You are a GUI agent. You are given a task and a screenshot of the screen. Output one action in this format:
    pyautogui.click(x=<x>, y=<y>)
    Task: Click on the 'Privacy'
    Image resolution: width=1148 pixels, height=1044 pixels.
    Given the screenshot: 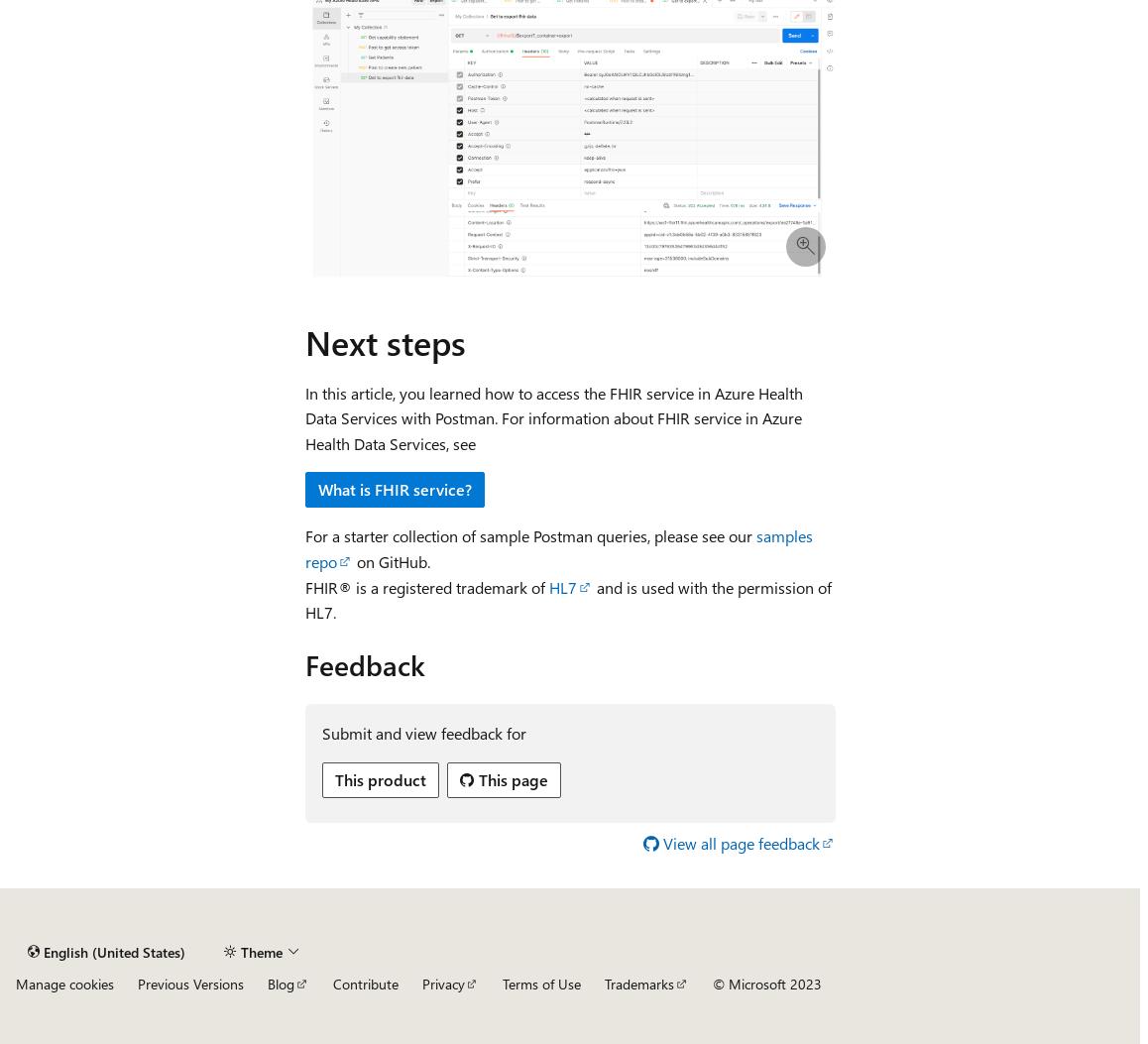 What is the action you would take?
    pyautogui.click(x=442, y=984)
    